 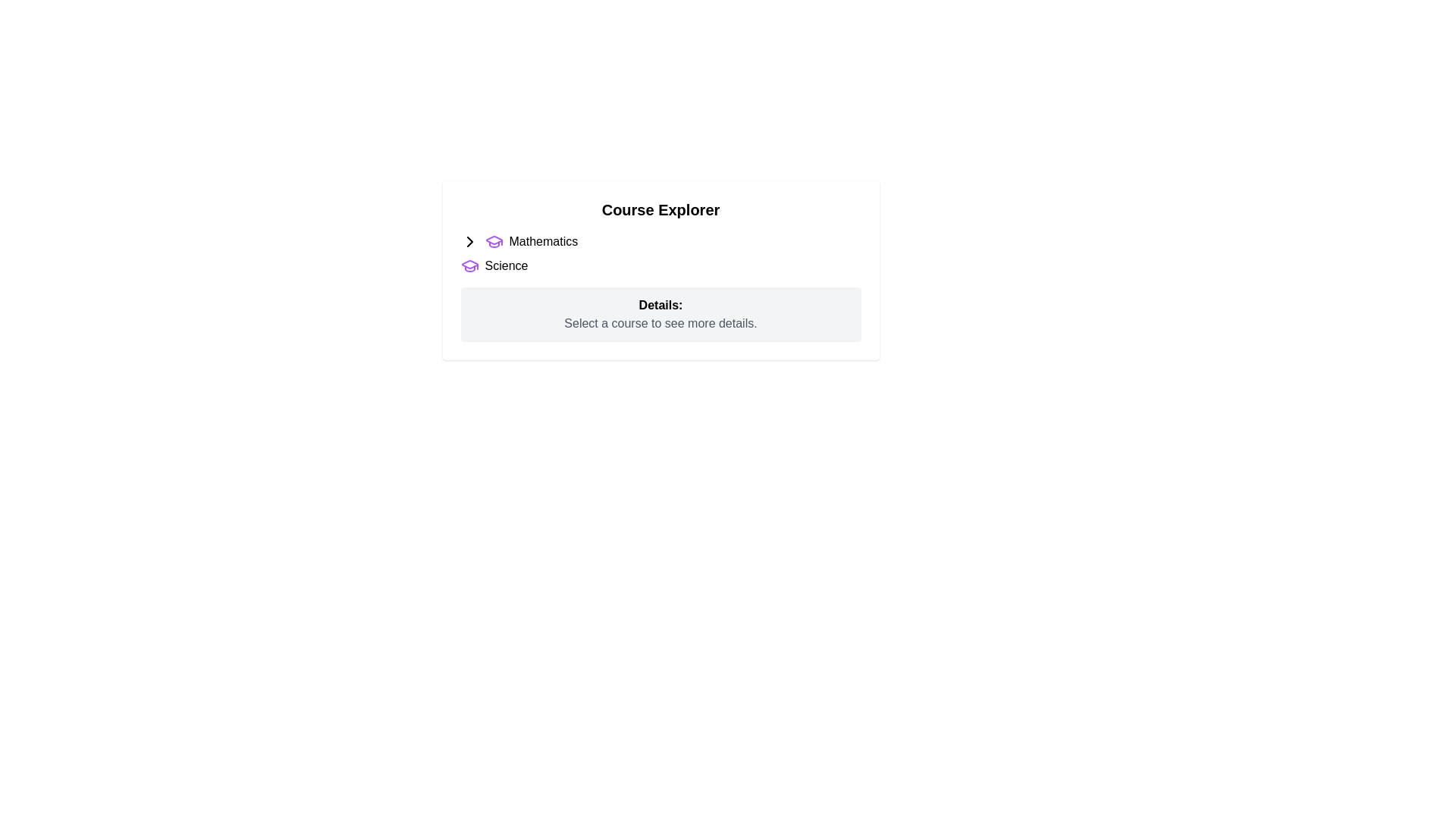 What do you see at coordinates (661, 305) in the screenshot?
I see `the bold, black text label reading 'Details:' which is located in a light gray, rounded rectangle towards the bottom of the main content section` at bounding box center [661, 305].